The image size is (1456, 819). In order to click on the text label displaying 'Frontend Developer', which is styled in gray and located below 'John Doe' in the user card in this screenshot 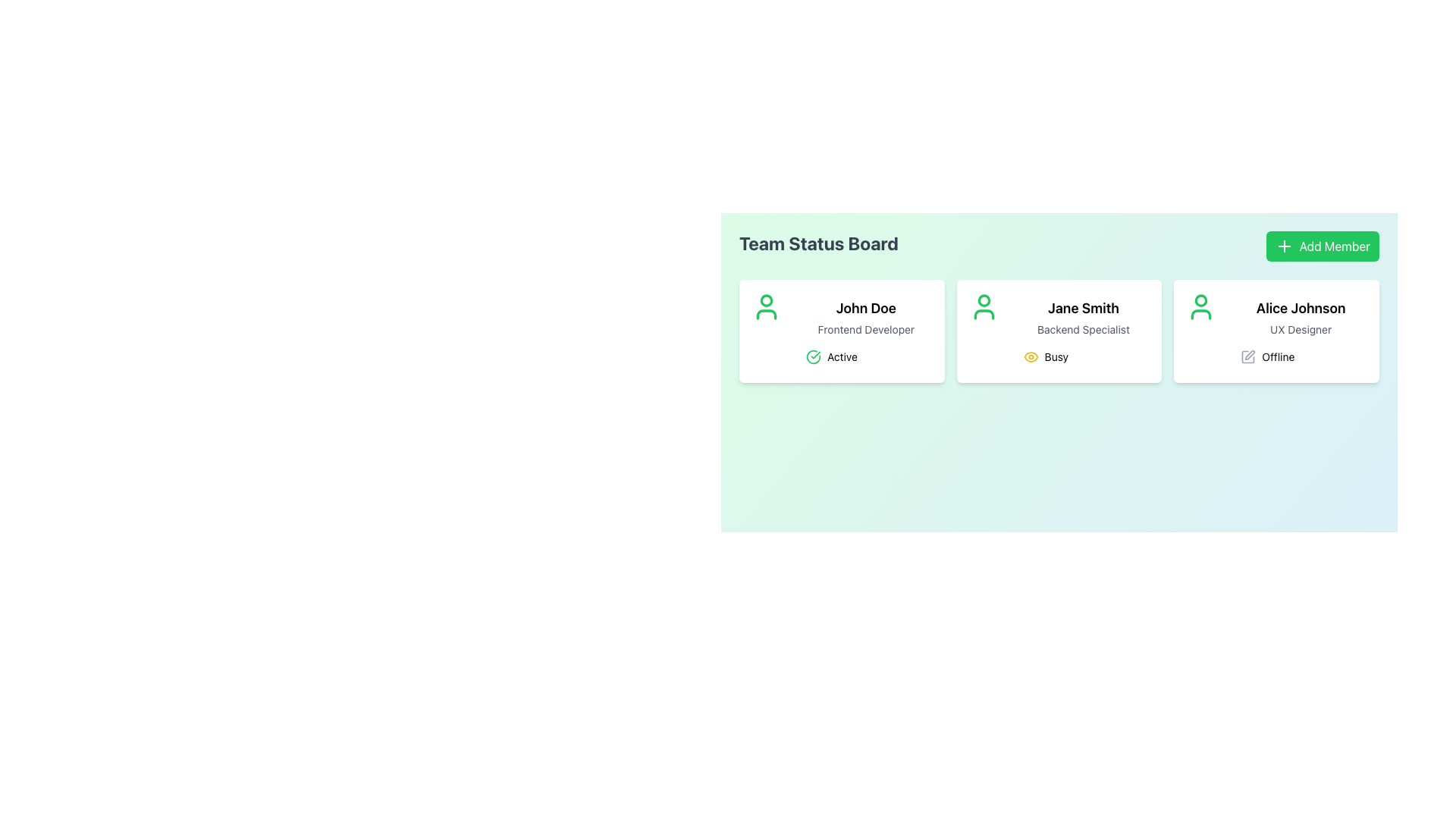, I will do `click(866, 329)`.